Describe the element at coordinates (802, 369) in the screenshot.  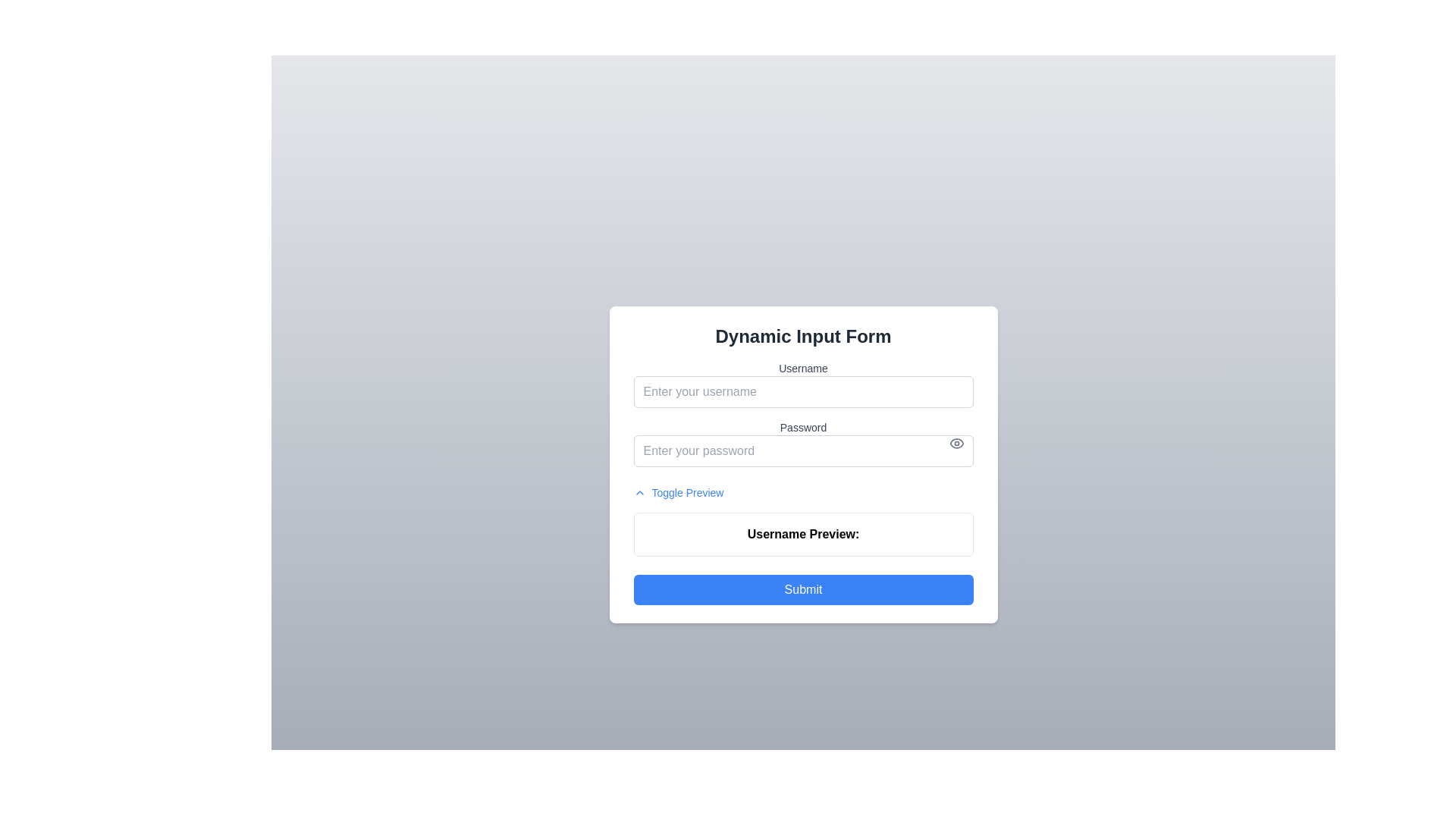
I see `the label indicating the username input field, which is positioned above the 'Enter your username.' text input box` at that location.